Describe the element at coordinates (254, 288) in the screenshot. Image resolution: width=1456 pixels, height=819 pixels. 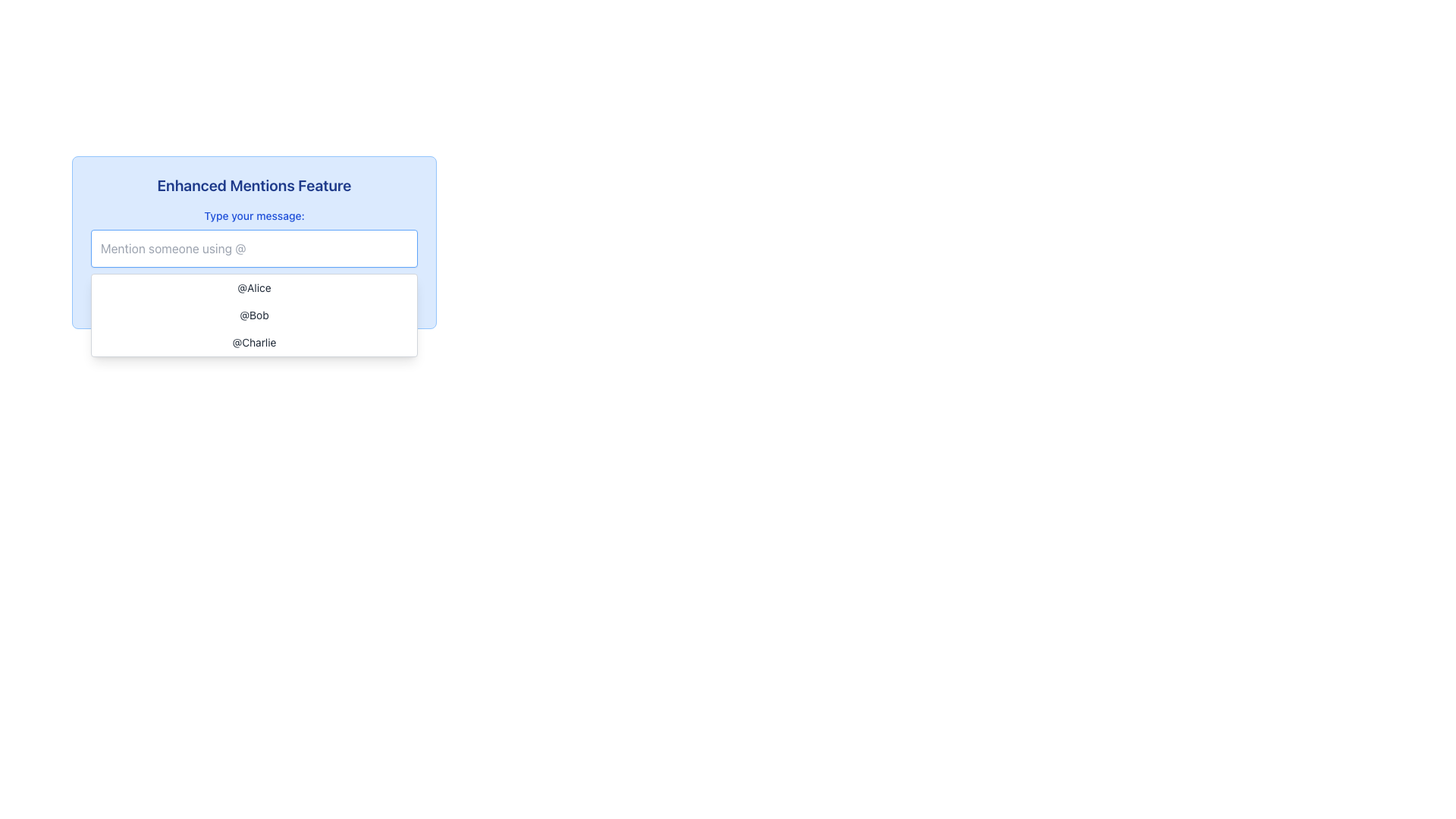
I see `the first item in the dropdown menu for mentioning the user 'Alice' located below the input field labeled 'Mention someone using @'` at that location.